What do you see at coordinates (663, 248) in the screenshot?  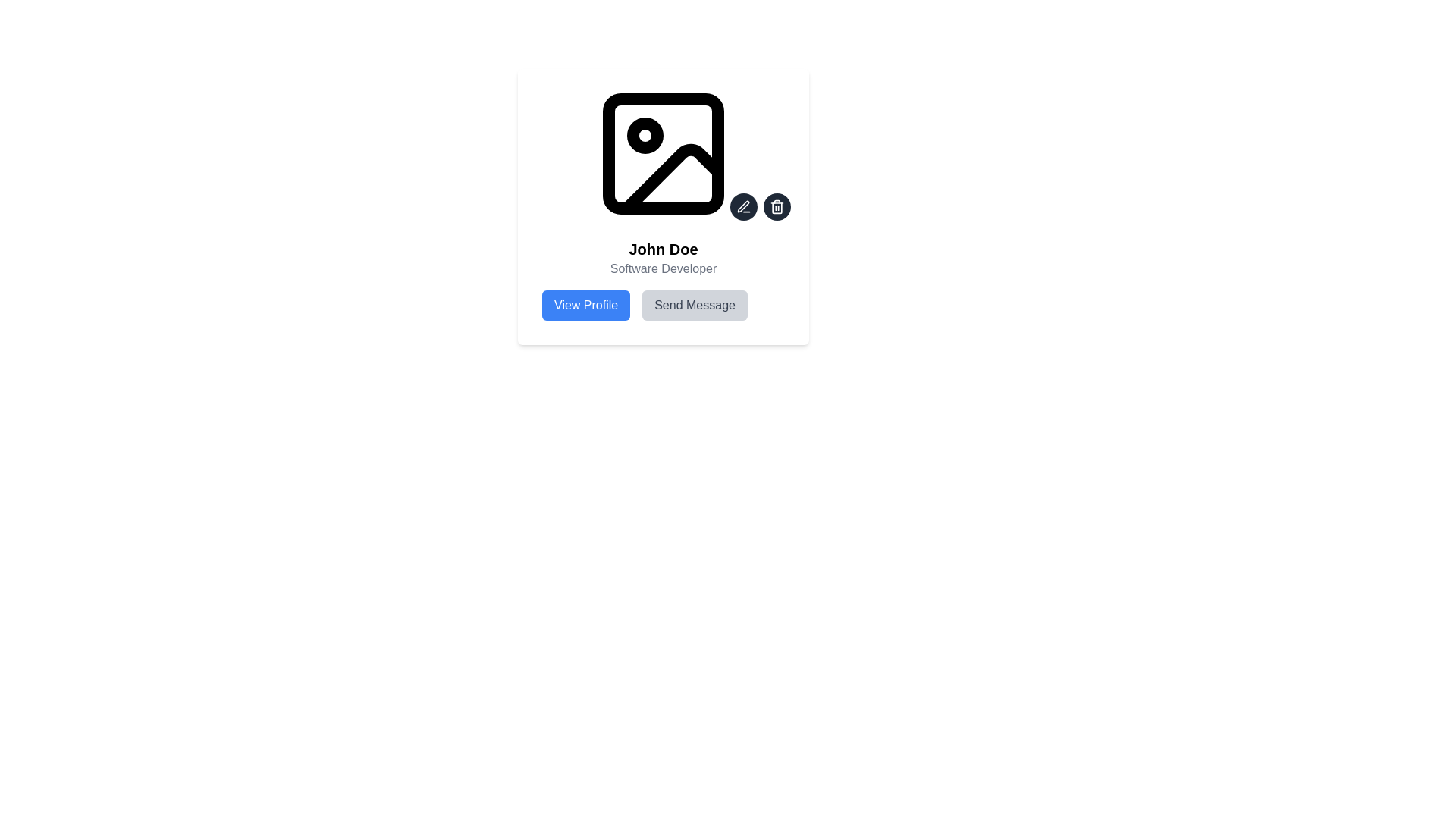 I see `the text label displaying 'John Doe' in bold, which is centrally positioned in the profile card interface, above the 'Software Developer' text` at bounding box center [663, 248].